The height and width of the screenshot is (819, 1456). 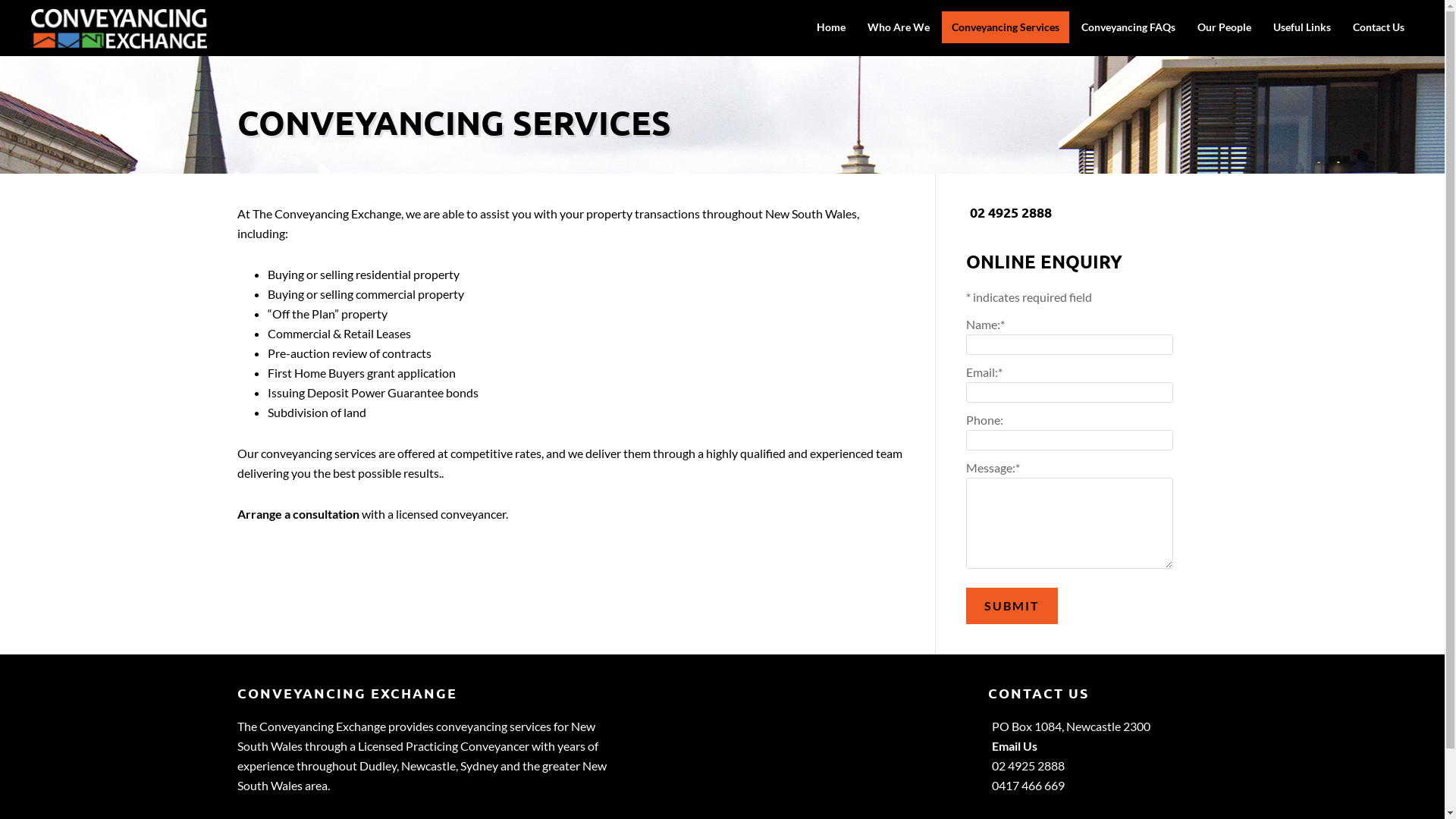 What do you see at coordinates (1301, 27) in the screenshot?
I see `'Useful Links'` at bounding box center [1301, 27].